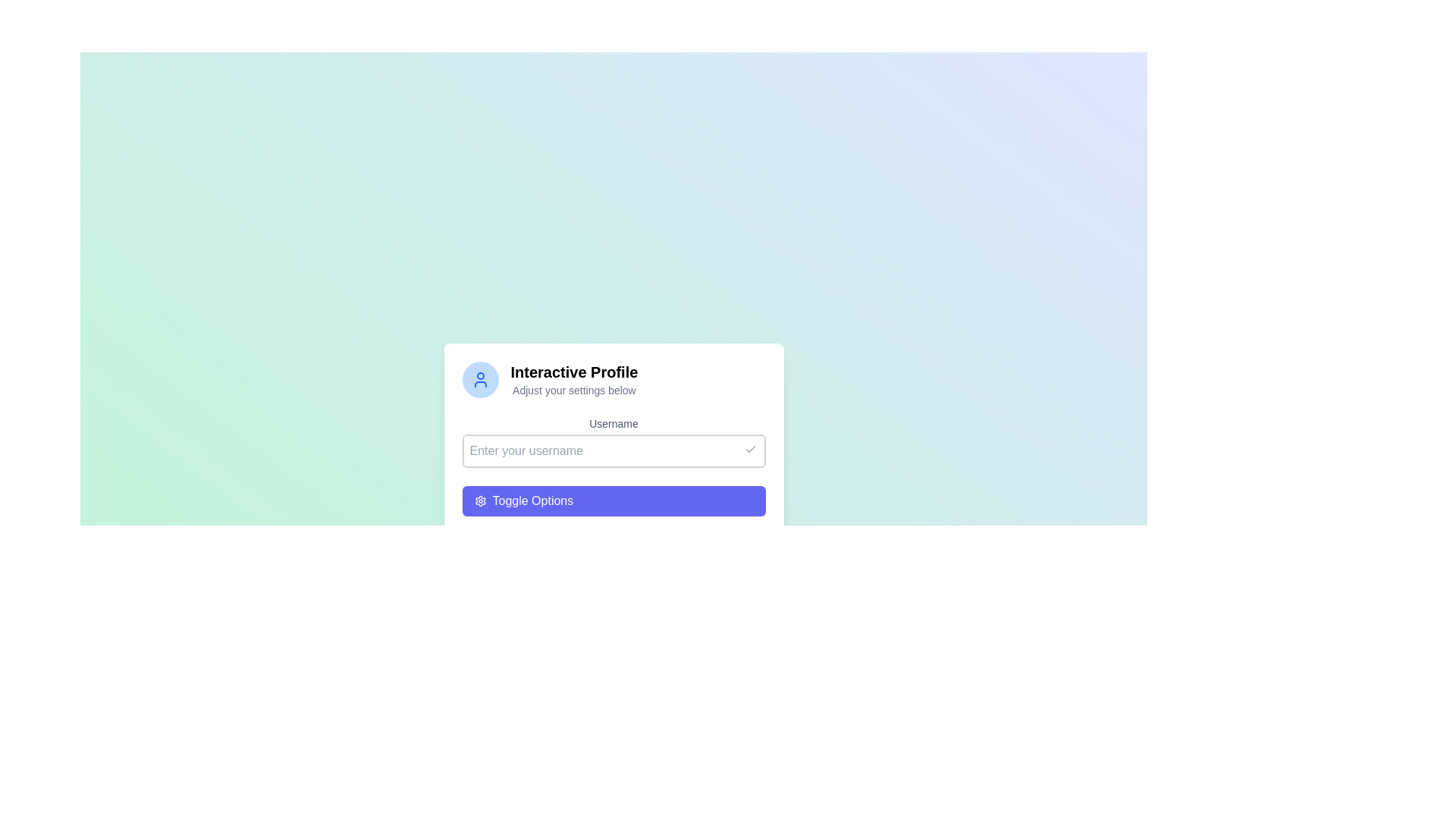 The image size is (1456, 819). Describe the element at coordinates (613, 441) in the screenshot. I see `the 'Username' text input field, which is styled with a modern design and features a placeholder text 'Enter your username'` at that location.